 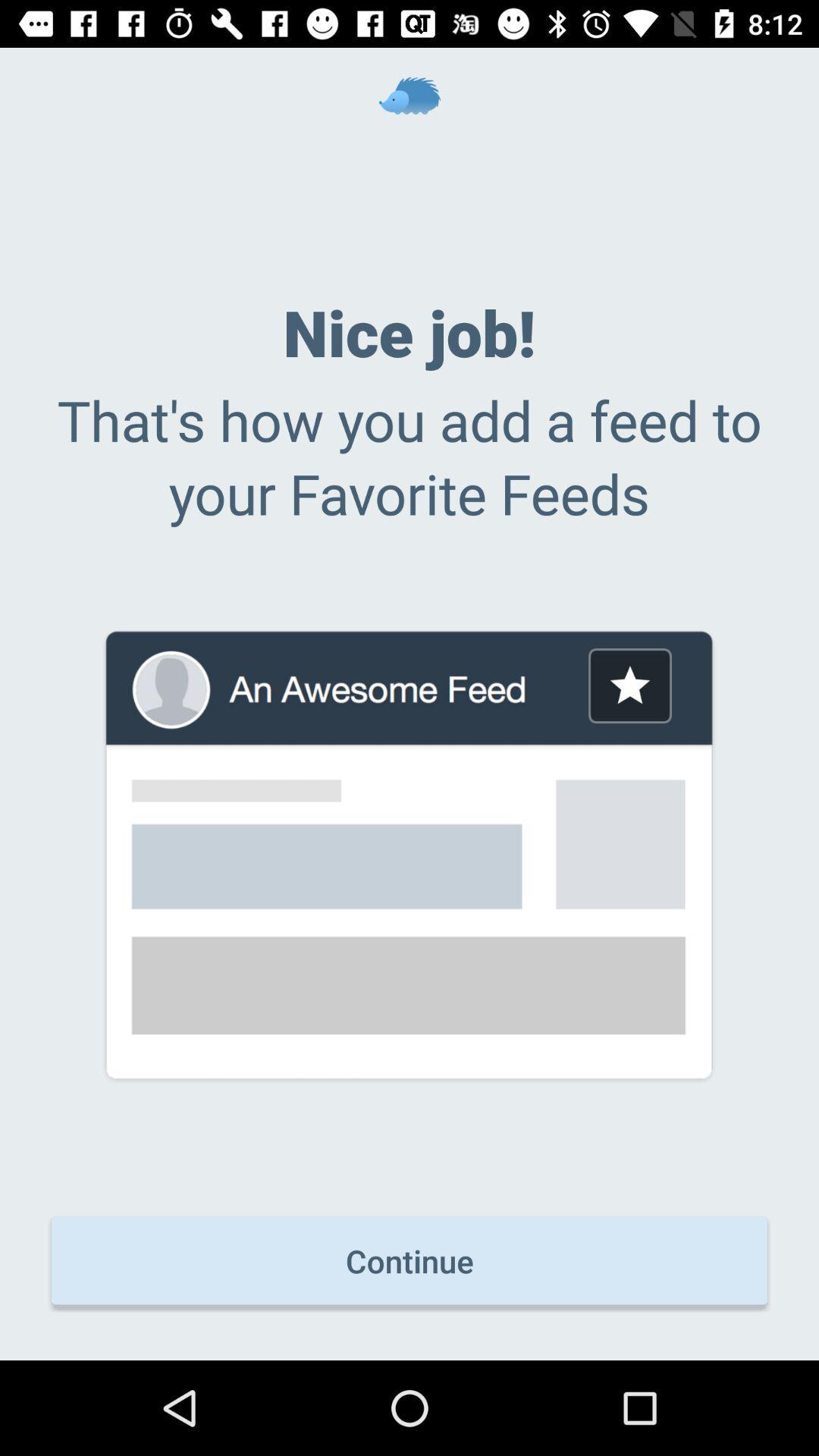 What do you see at coordinates (629, 685) in the screenshot?
I see `the item on the right` at bounding box center [629, 685].